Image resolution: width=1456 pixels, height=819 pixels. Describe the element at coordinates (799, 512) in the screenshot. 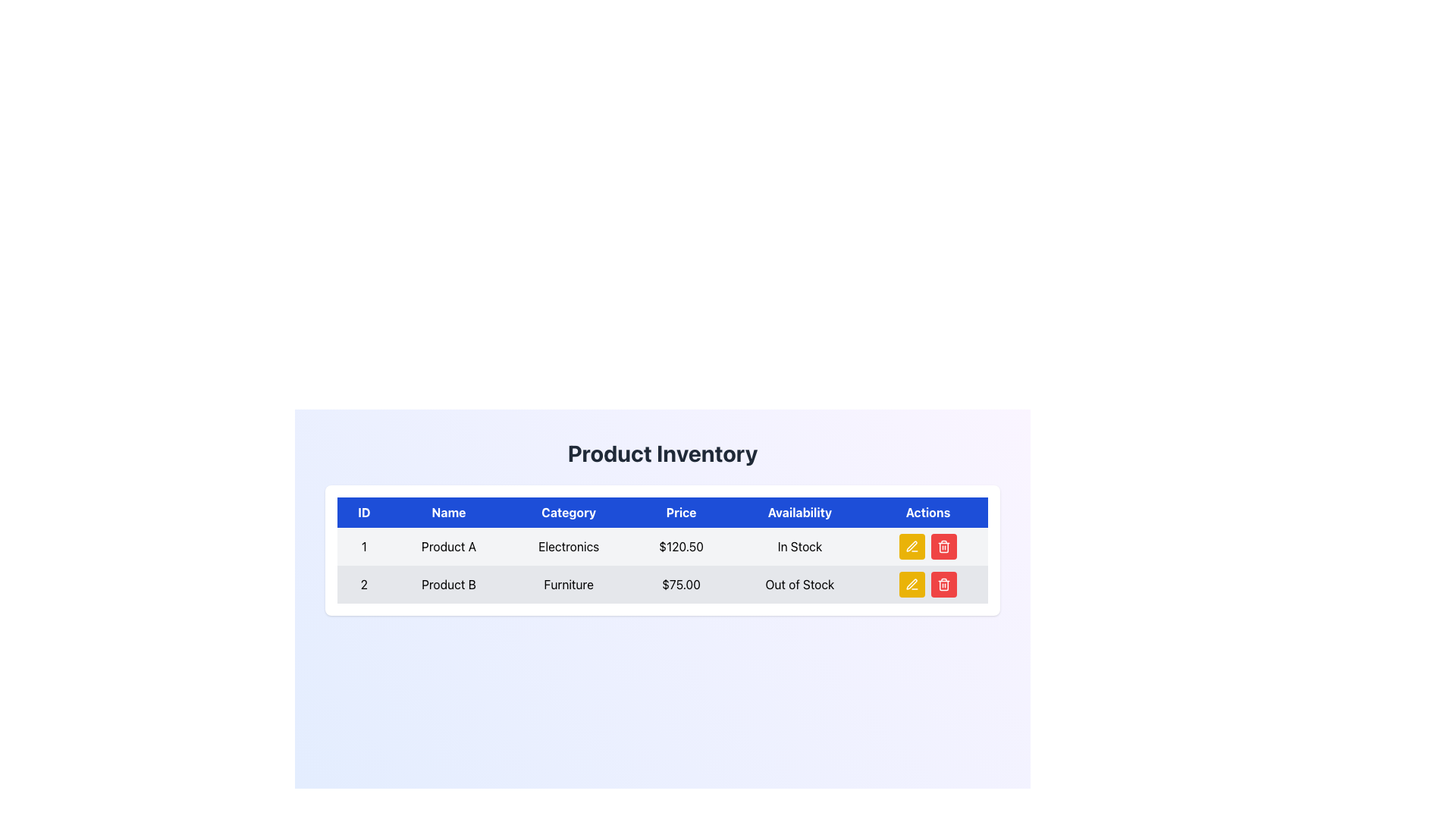

I see `the text label displaying 'Availability' in bold white font on a deep blue background, located as the fifth cell in the header row of a table` at that location.